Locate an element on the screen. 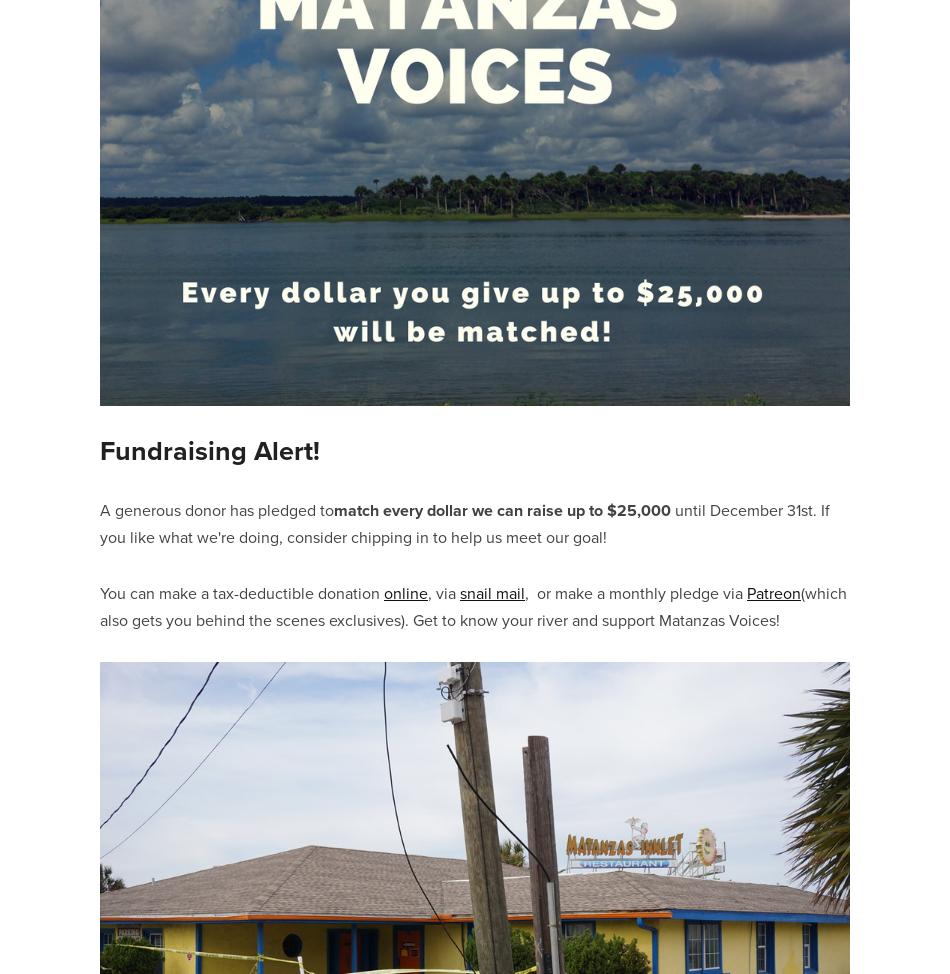  'online' is located at coordinates (405, 591).